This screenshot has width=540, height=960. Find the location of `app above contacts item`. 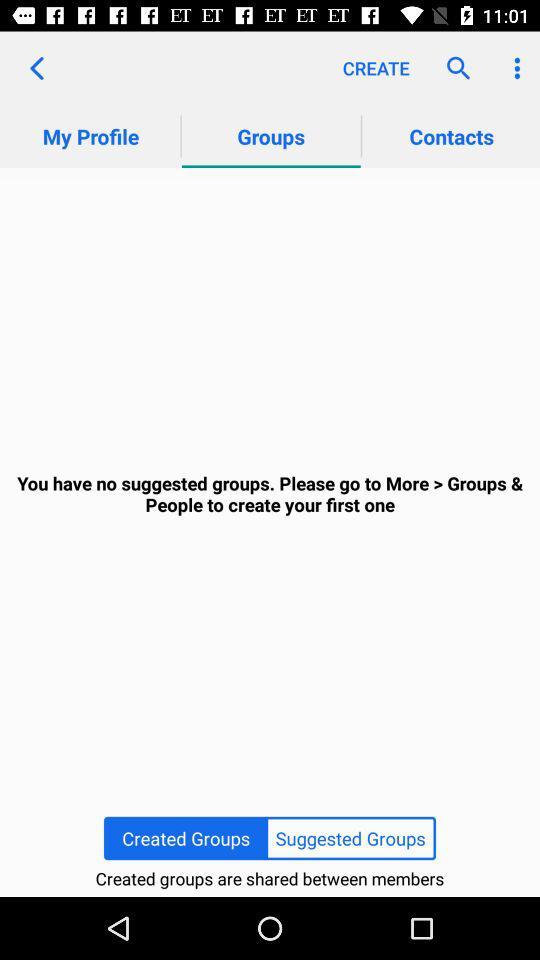

app above contacts item is located at coordinates (513, 68).